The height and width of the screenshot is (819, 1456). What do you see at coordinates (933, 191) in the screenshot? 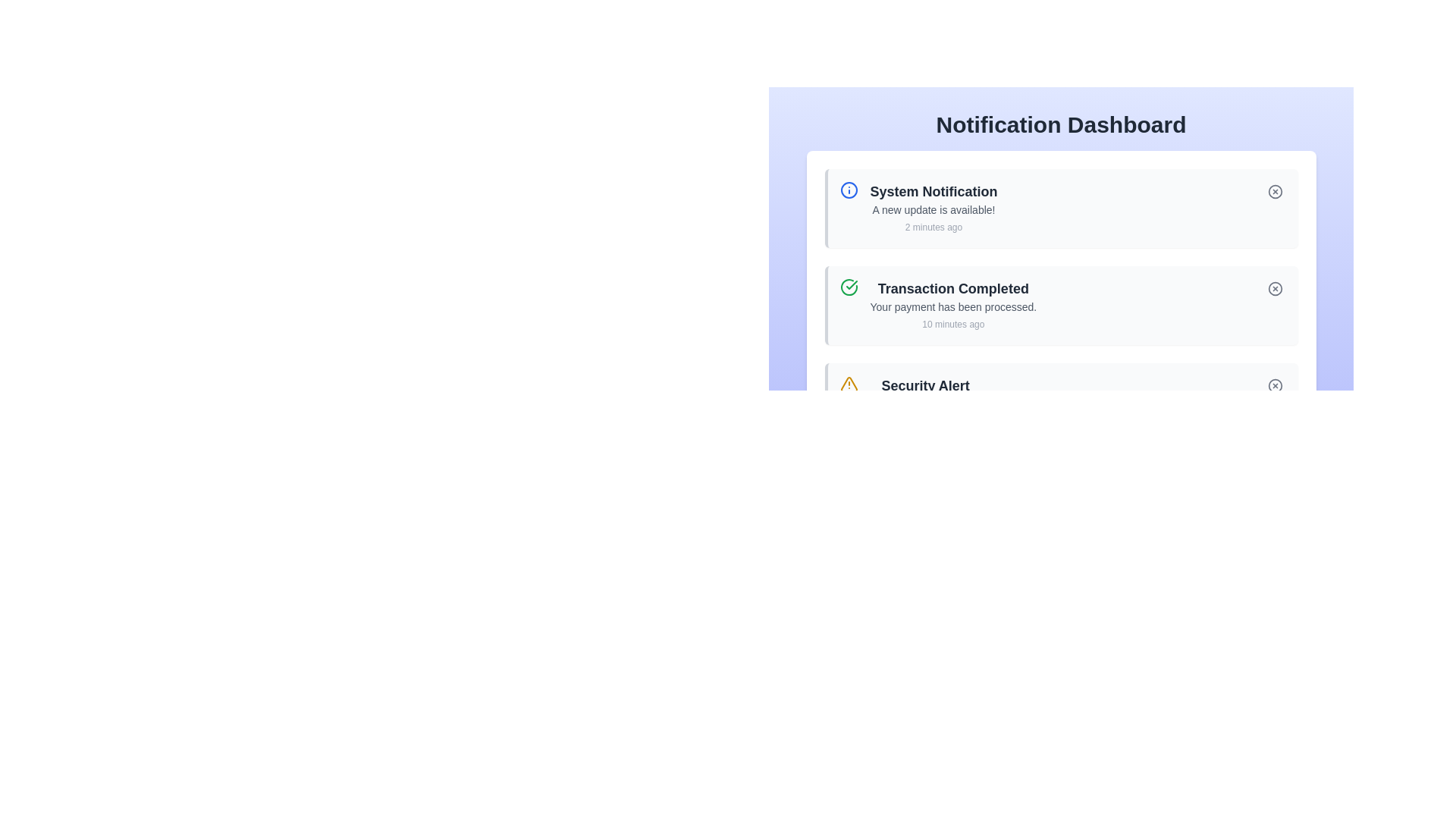
I see `the static text label displaying 'System Notification', which is prominently styled in a larger font size and bold weight, located at the top-left corner of the notification card` at bounding box center [933, 191].